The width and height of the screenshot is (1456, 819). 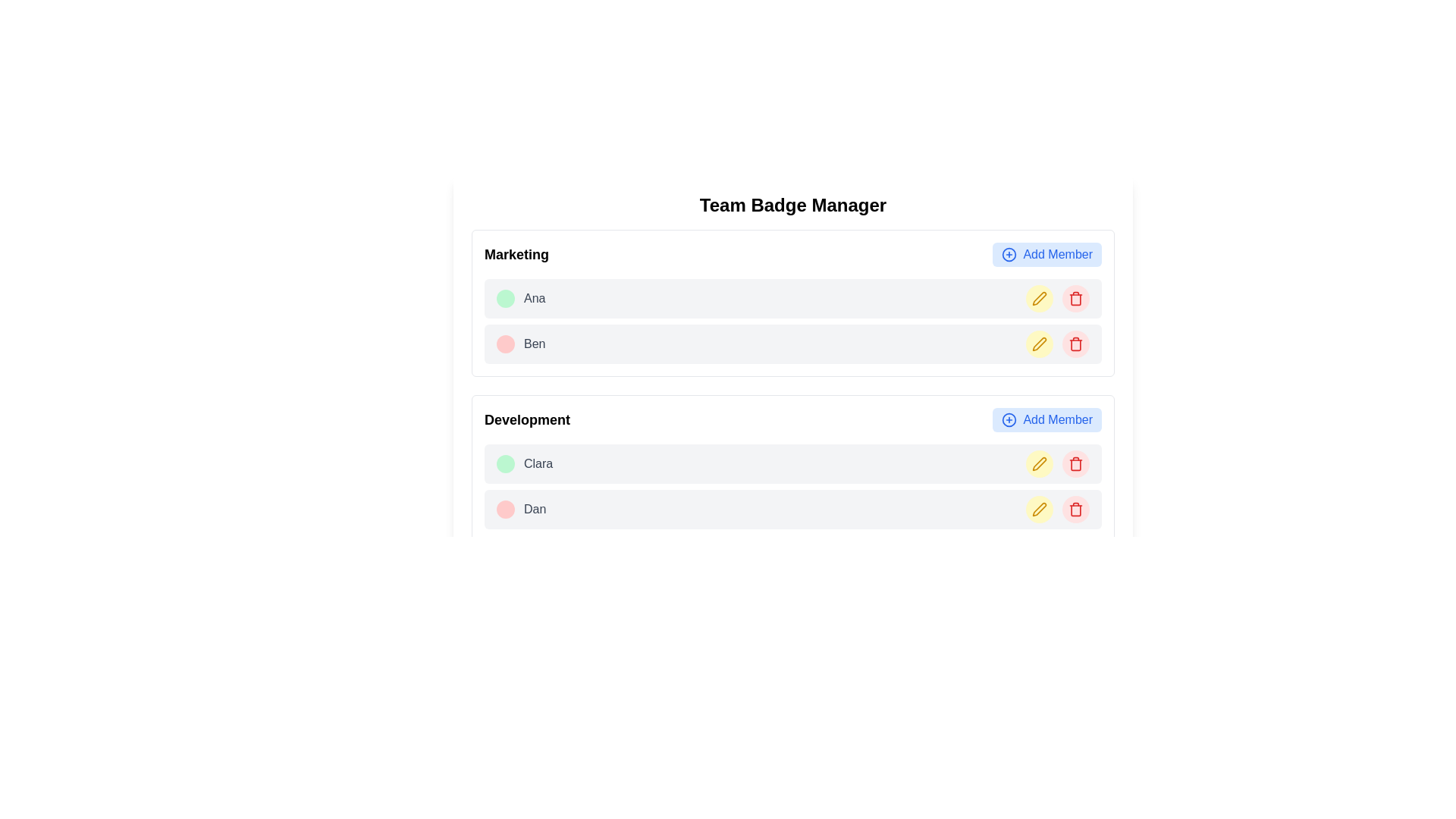 I want to click on the badge with a red background indicating the status of user 'Dan', located in the 'Development' section to the left of 'Dan', so click(x=514, y=512).